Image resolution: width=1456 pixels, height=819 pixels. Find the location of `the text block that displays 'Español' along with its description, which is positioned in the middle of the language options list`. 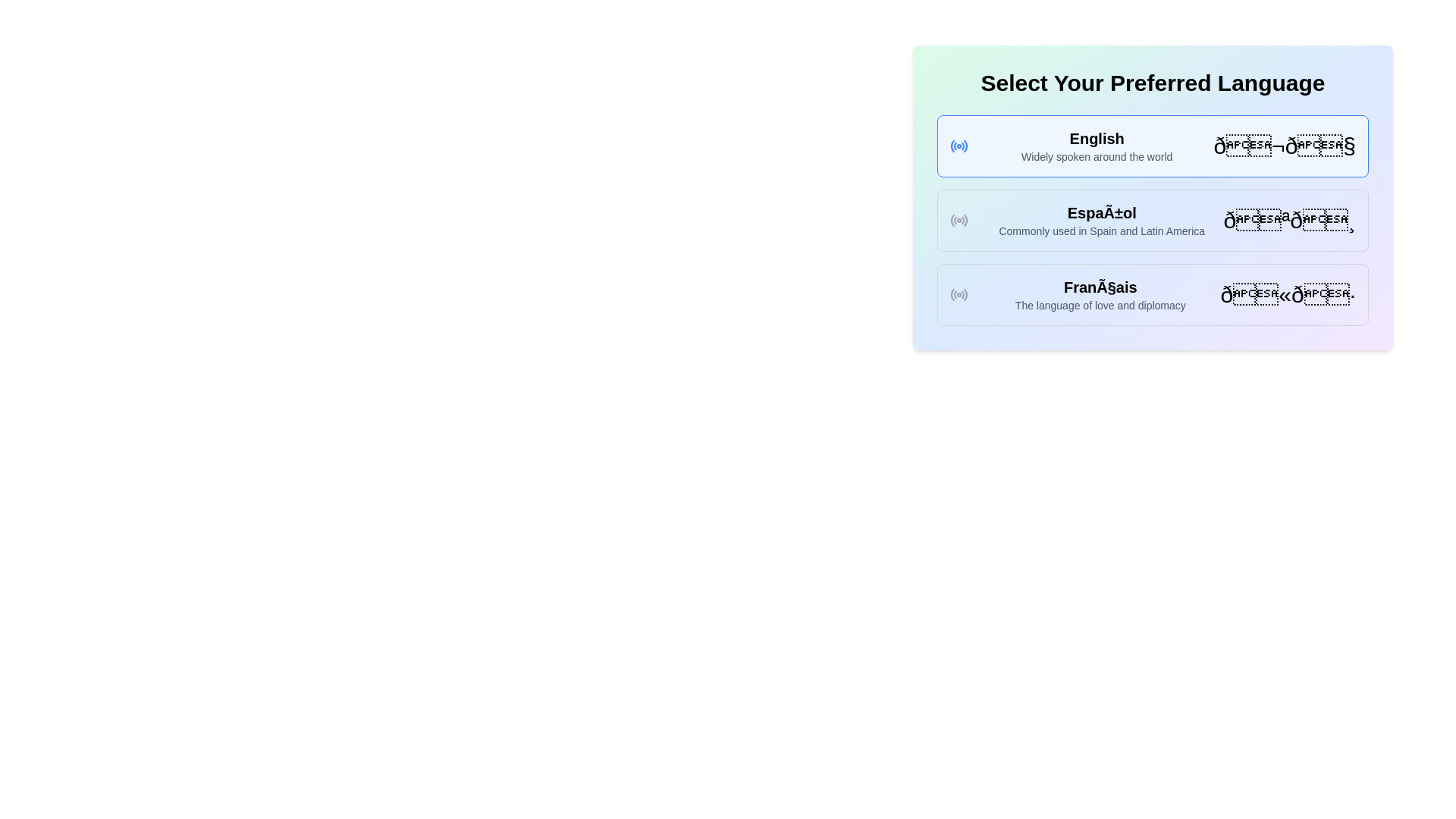

the text block that displays 'Español' along with its description, which is positioned in the middle of the language options list is located at coordinates (1102, 220).